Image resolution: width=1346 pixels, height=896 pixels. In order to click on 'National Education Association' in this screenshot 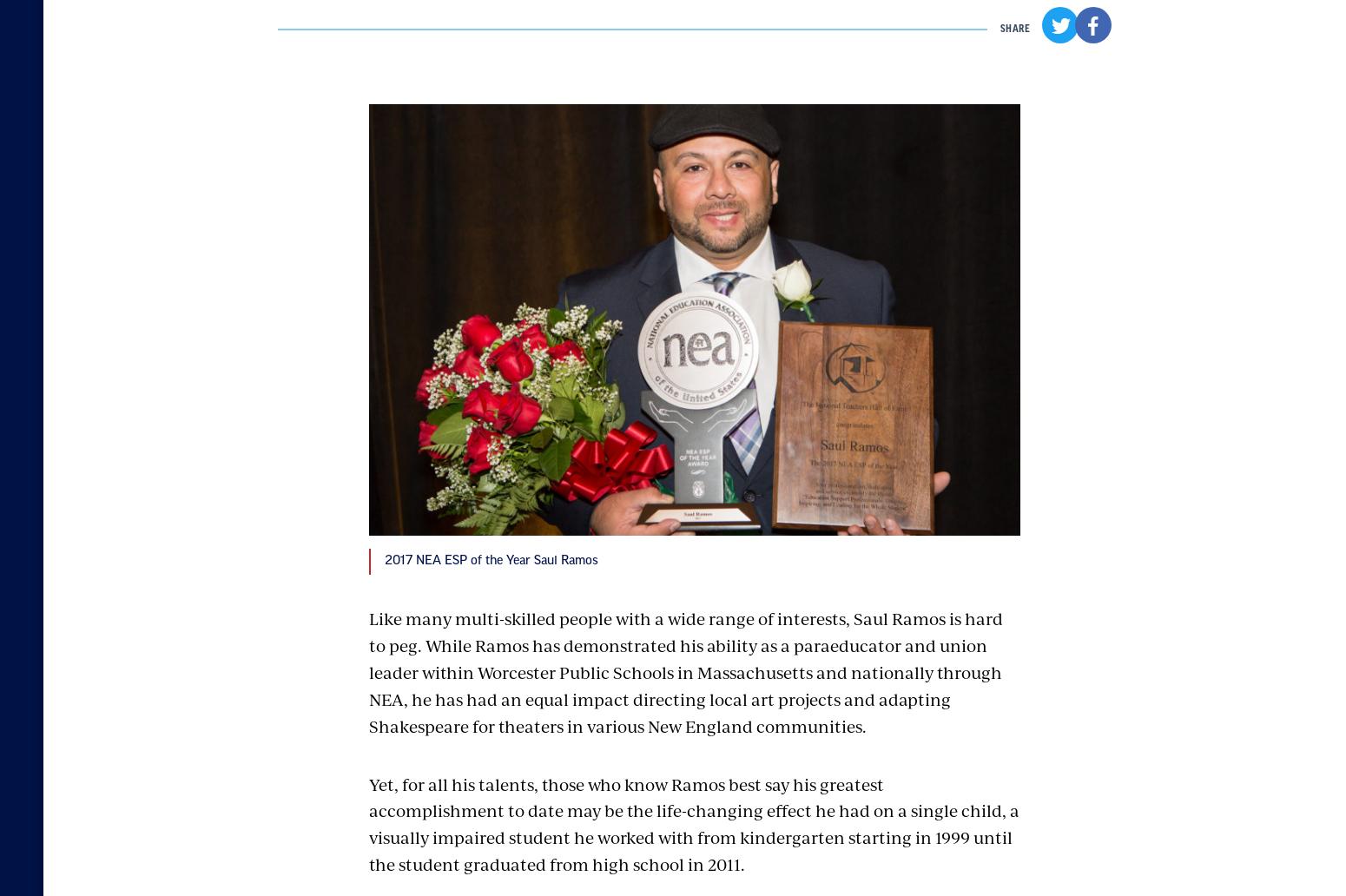, I will do `click(324, 662)`.